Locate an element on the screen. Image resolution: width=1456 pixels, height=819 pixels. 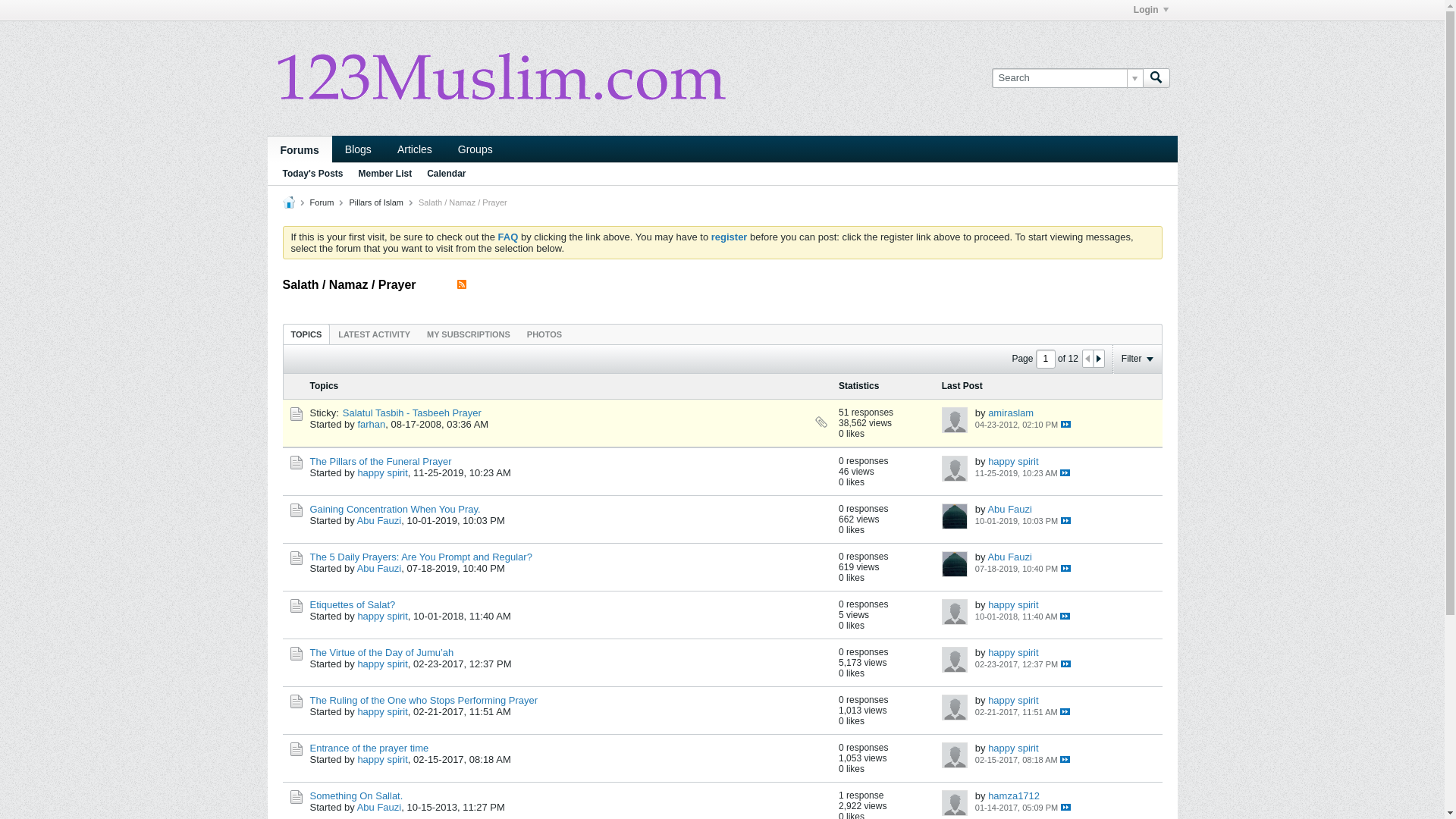
'farhan' is located at coordinates (371, 424).